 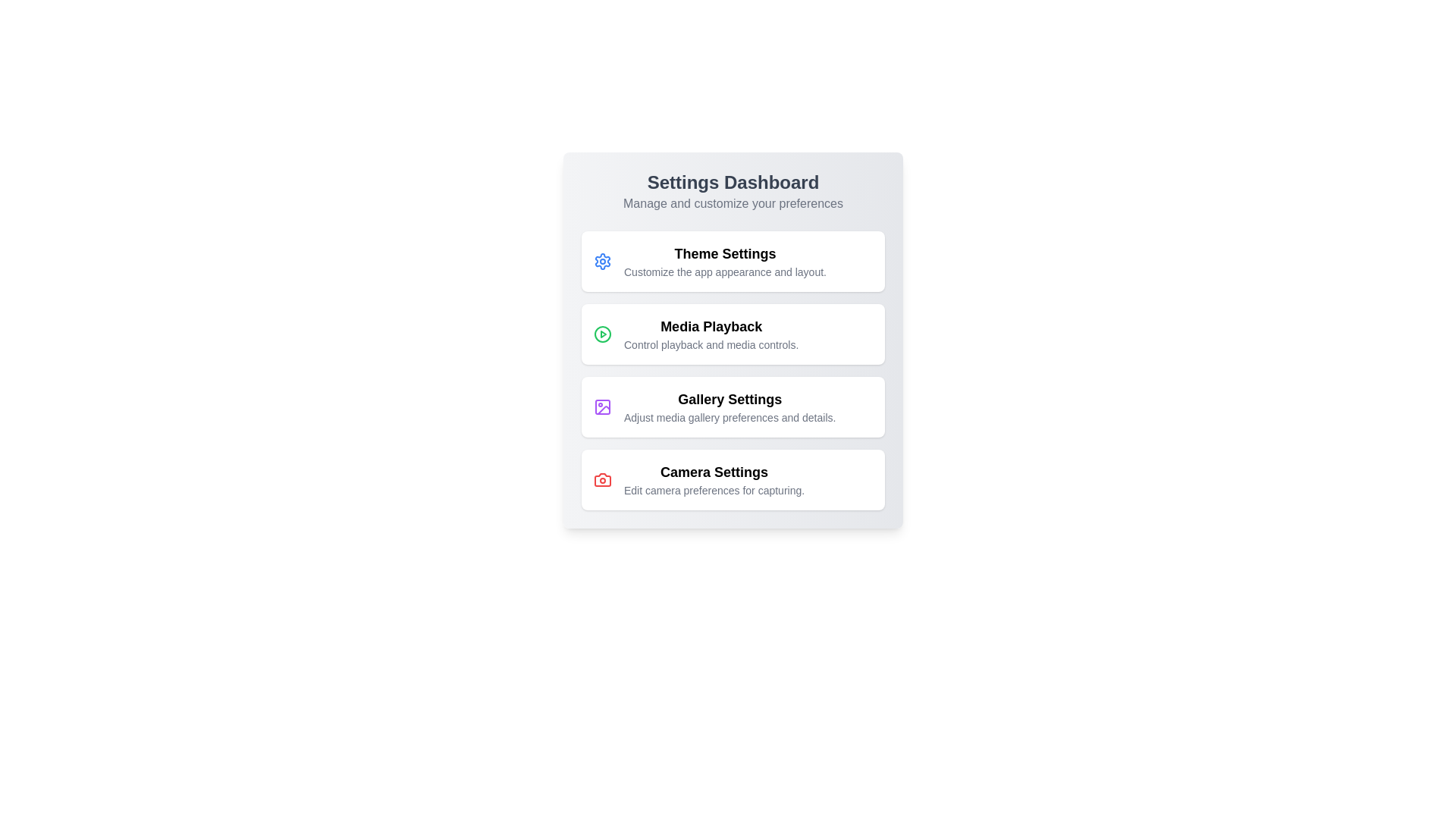 What do you see at coordinates (602, 479) in the screenshot?
I see `the red outlined camera icon located at the leftmost part of the 'Camera Settings' section within the rounded rectangular block at the bottom of the settings dashboard` at bounding box center [602, 479].